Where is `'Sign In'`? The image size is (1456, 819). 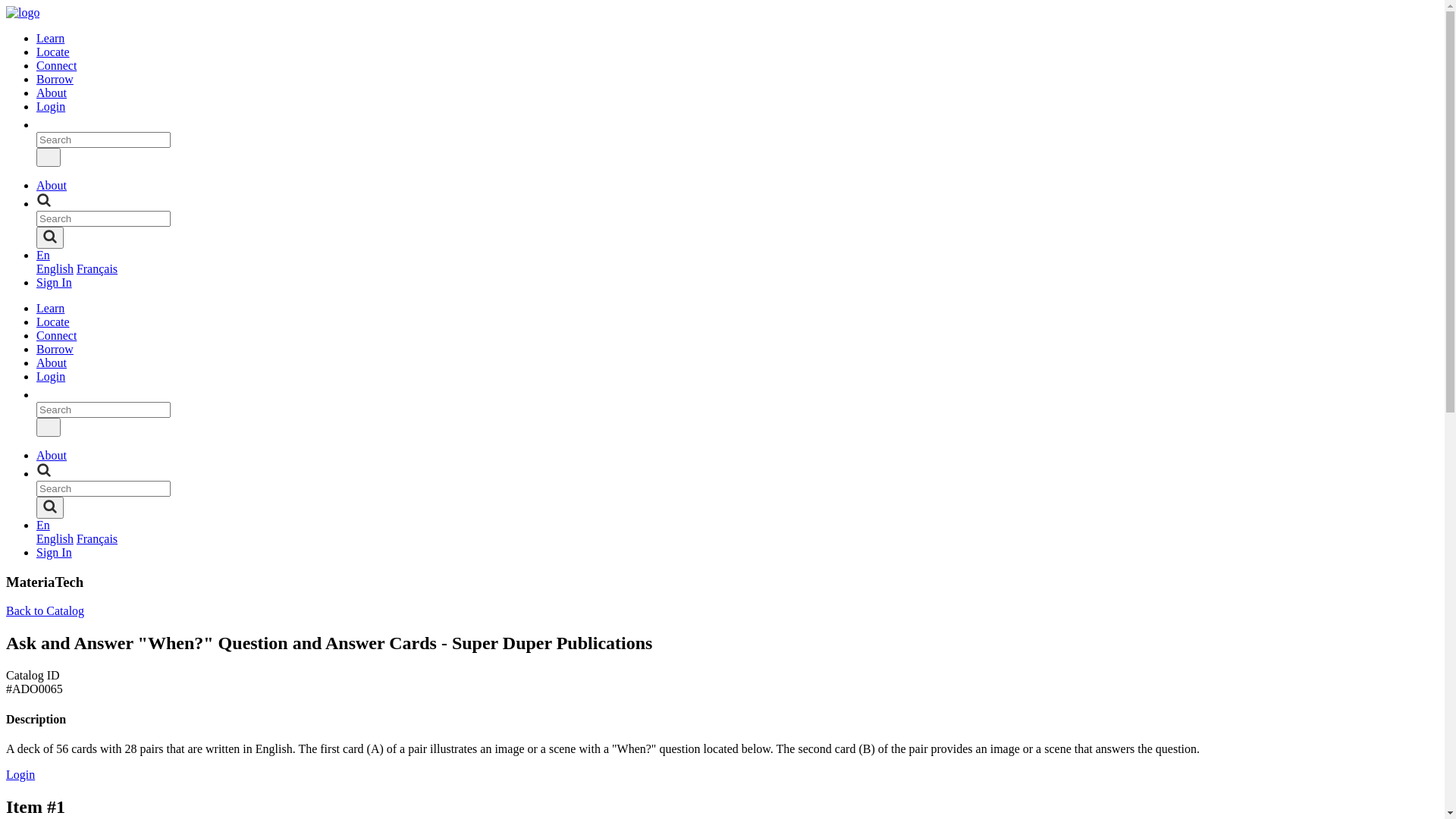
'Sign In' is located at coordinates (54, 282).